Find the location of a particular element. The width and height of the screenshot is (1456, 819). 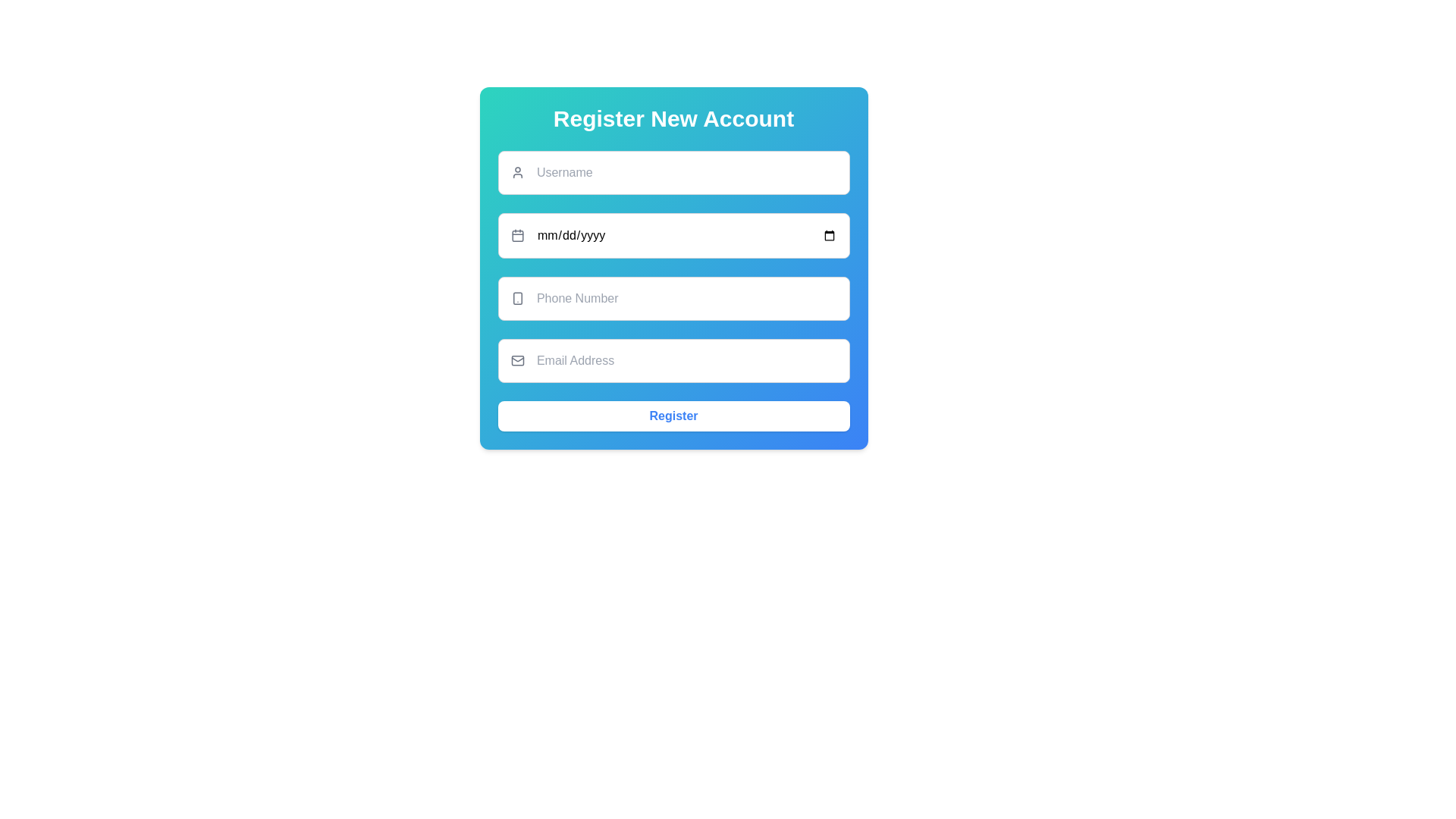

the icon indicating that the associated input field expects an email address, located to the left of the email input field placeholder text is located at coordinates (517, 360).